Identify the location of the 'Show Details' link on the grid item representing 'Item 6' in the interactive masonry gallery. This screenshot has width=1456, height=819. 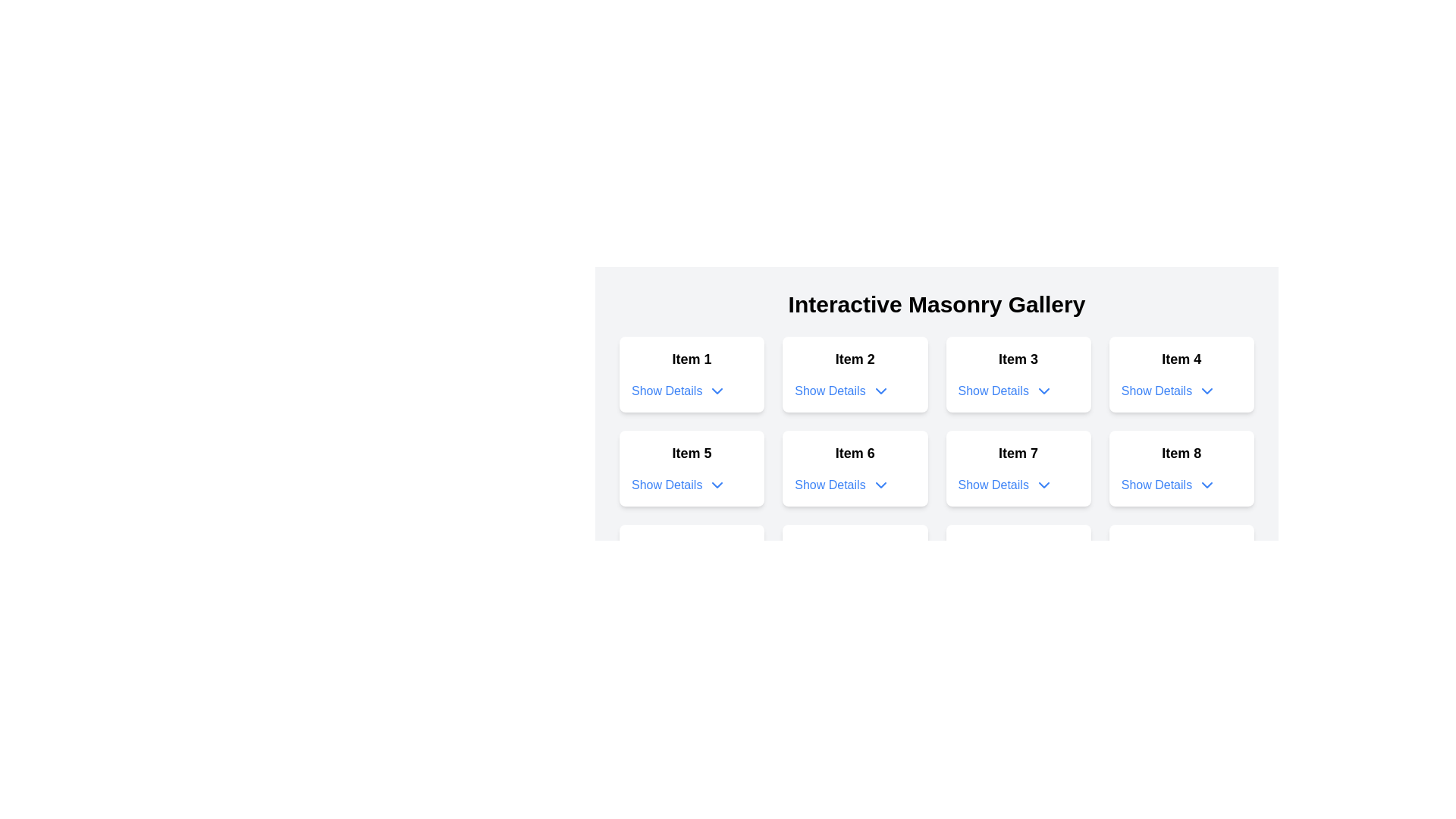
(936, 467).